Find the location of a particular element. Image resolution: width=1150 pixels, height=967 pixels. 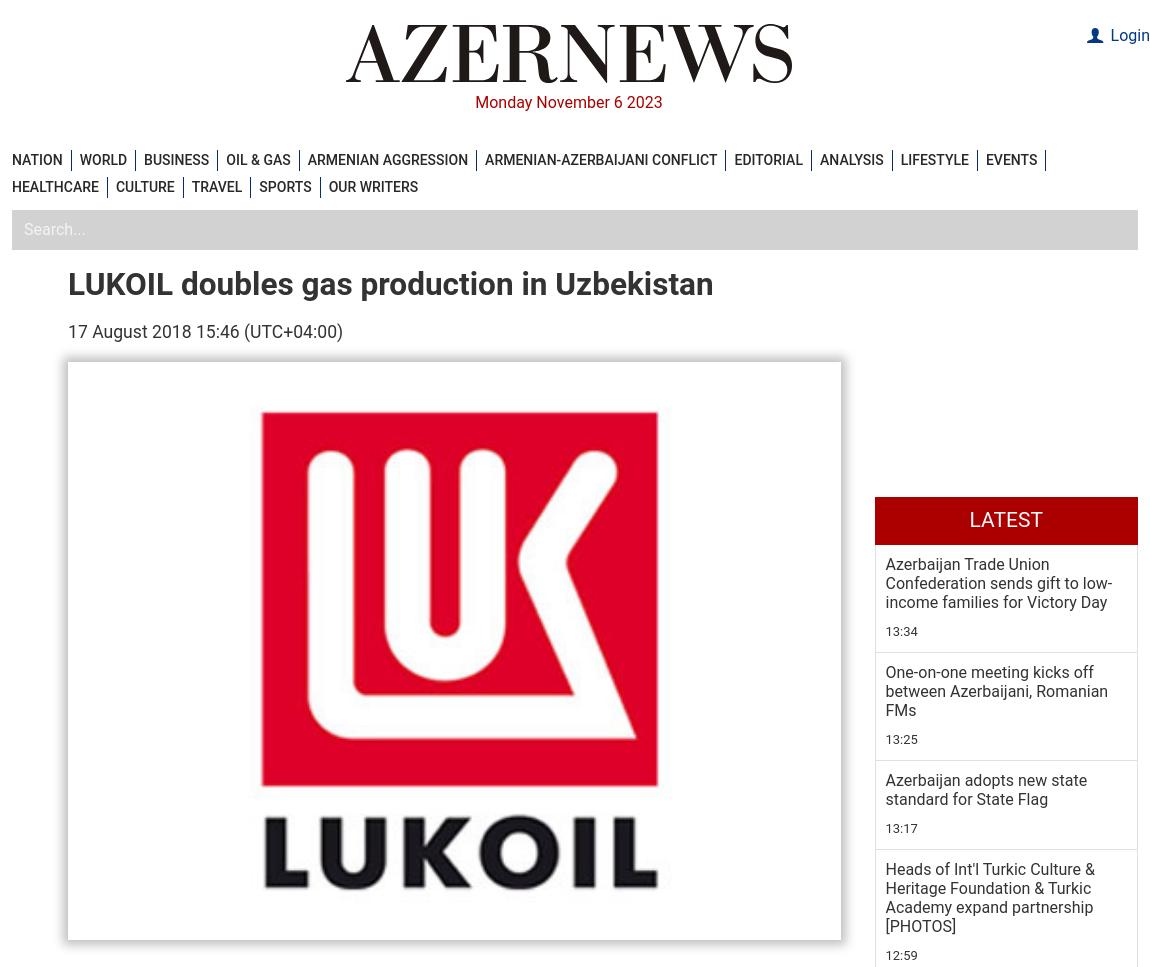

'5 November 22:00' is located at coordinates (885, 641).